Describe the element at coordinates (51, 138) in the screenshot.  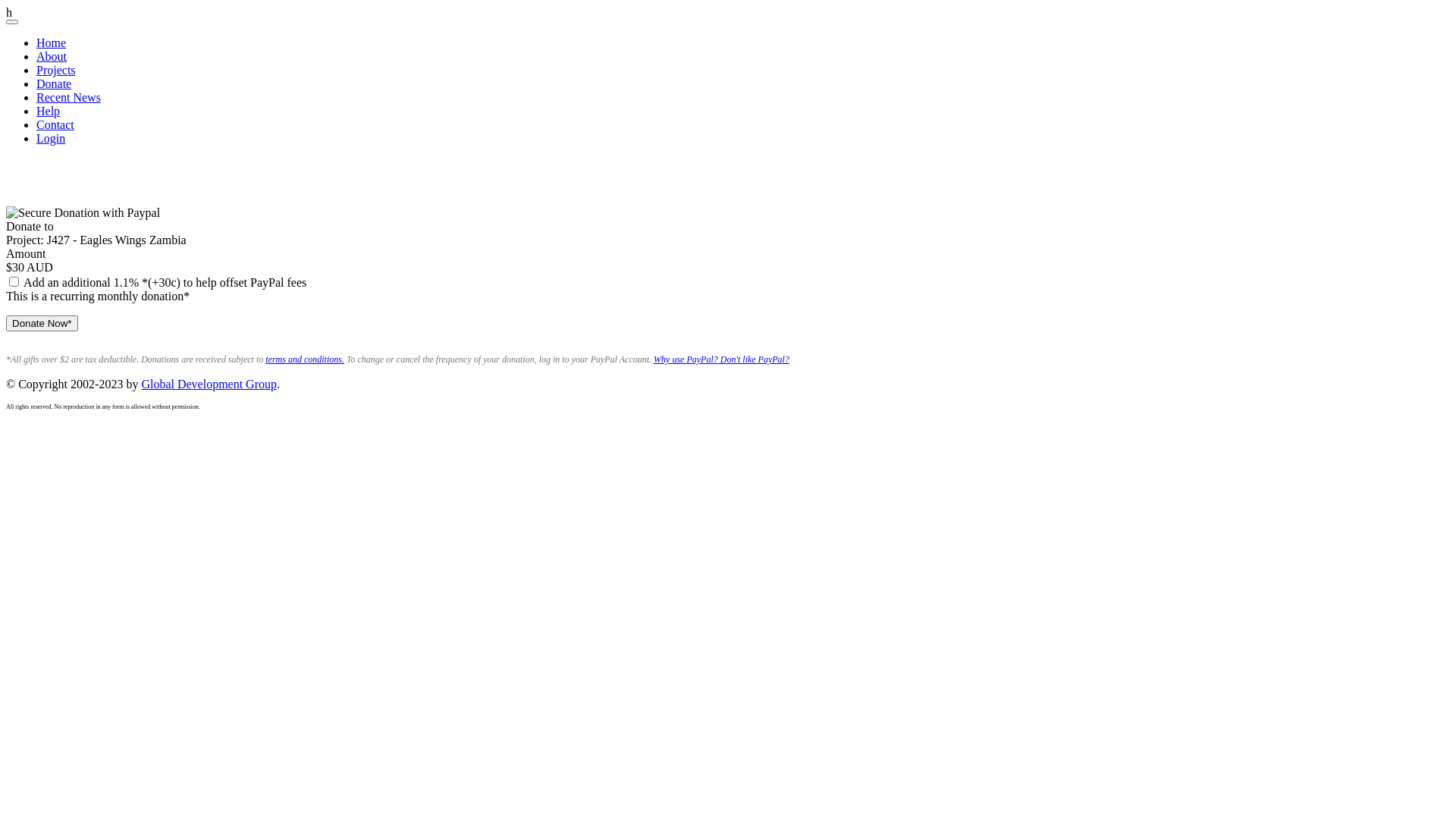
I see `'Login'` at that location.